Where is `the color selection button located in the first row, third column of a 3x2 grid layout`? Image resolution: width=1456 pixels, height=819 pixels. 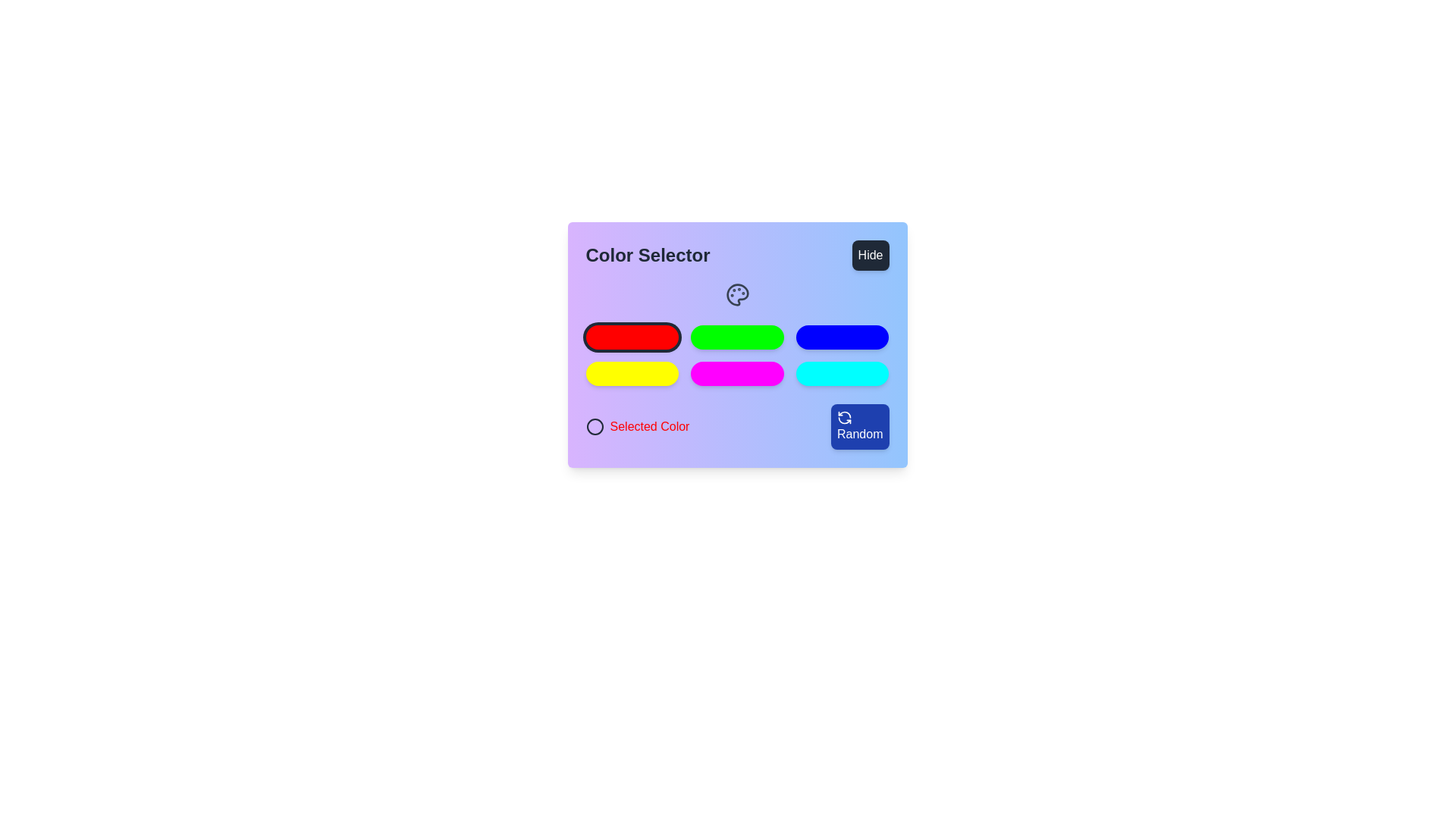
the color selection button located in the first row, third column of a 3x2 grid layout is located at coordinates (842, 336).